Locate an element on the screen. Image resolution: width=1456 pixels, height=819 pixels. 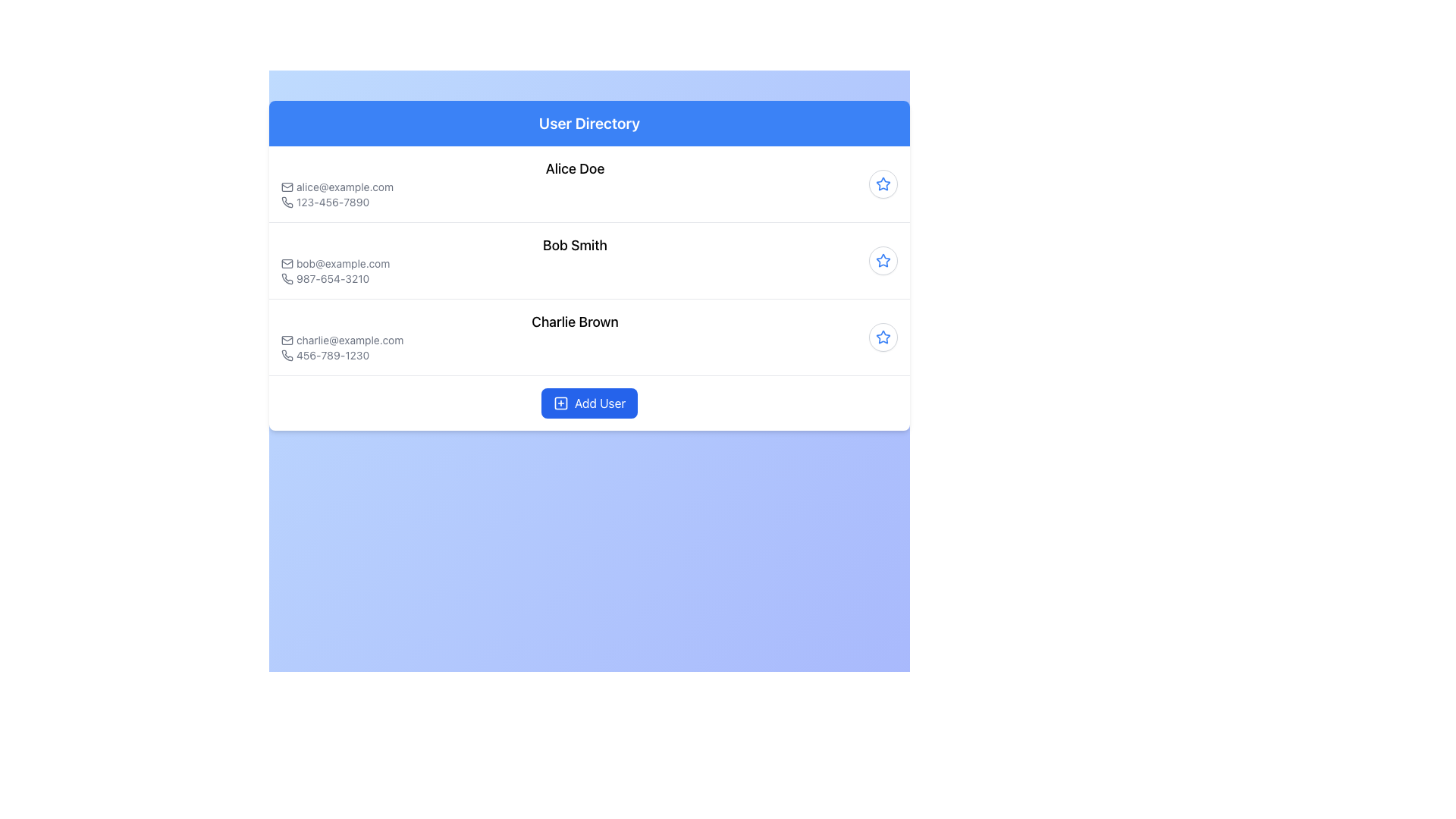
the email icon located at the start of the middle entry in the user details list, which precedes the email address 'bob@example.com' is located at coordinates (287, 262).